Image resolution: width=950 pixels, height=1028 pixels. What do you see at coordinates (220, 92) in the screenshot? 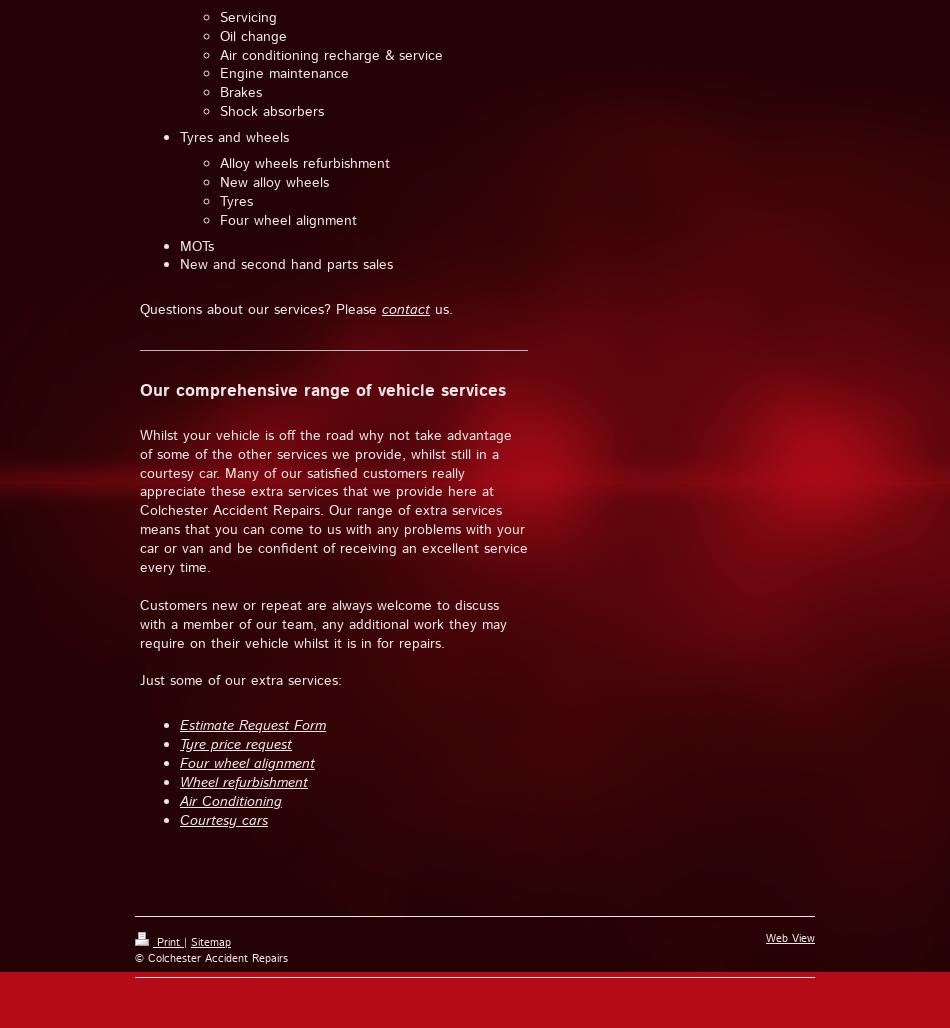
I see `'Brakes'` at bounding box center [220, 92].